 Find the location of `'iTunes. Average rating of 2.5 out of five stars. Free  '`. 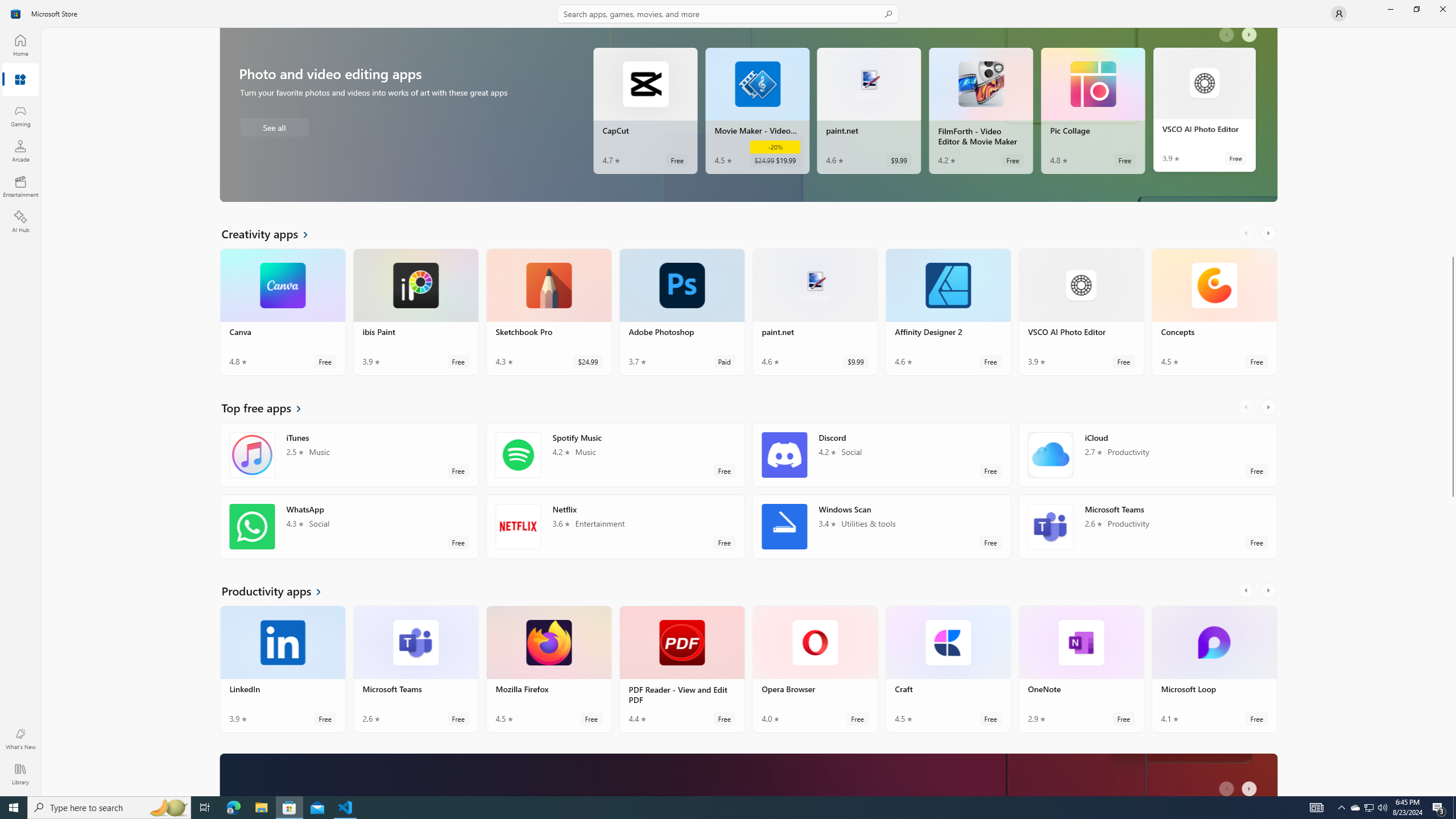

'iTunes. Average rating of 2.5 out of five stars. Free  ' is located at coordinates (349, 454).